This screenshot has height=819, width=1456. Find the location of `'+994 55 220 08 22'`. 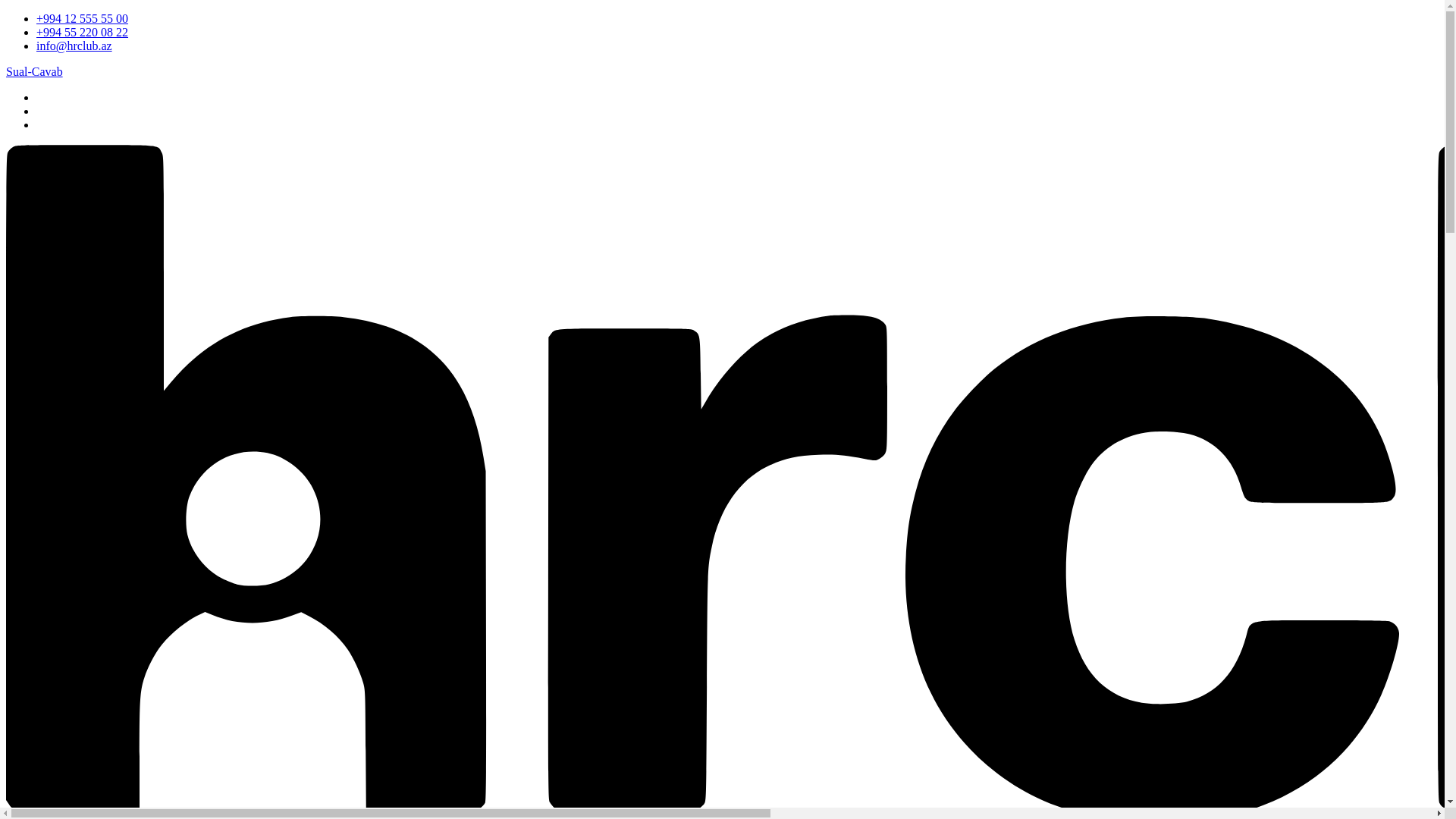

'+994 55 220 08 22' is located at coordinates (36, 32).